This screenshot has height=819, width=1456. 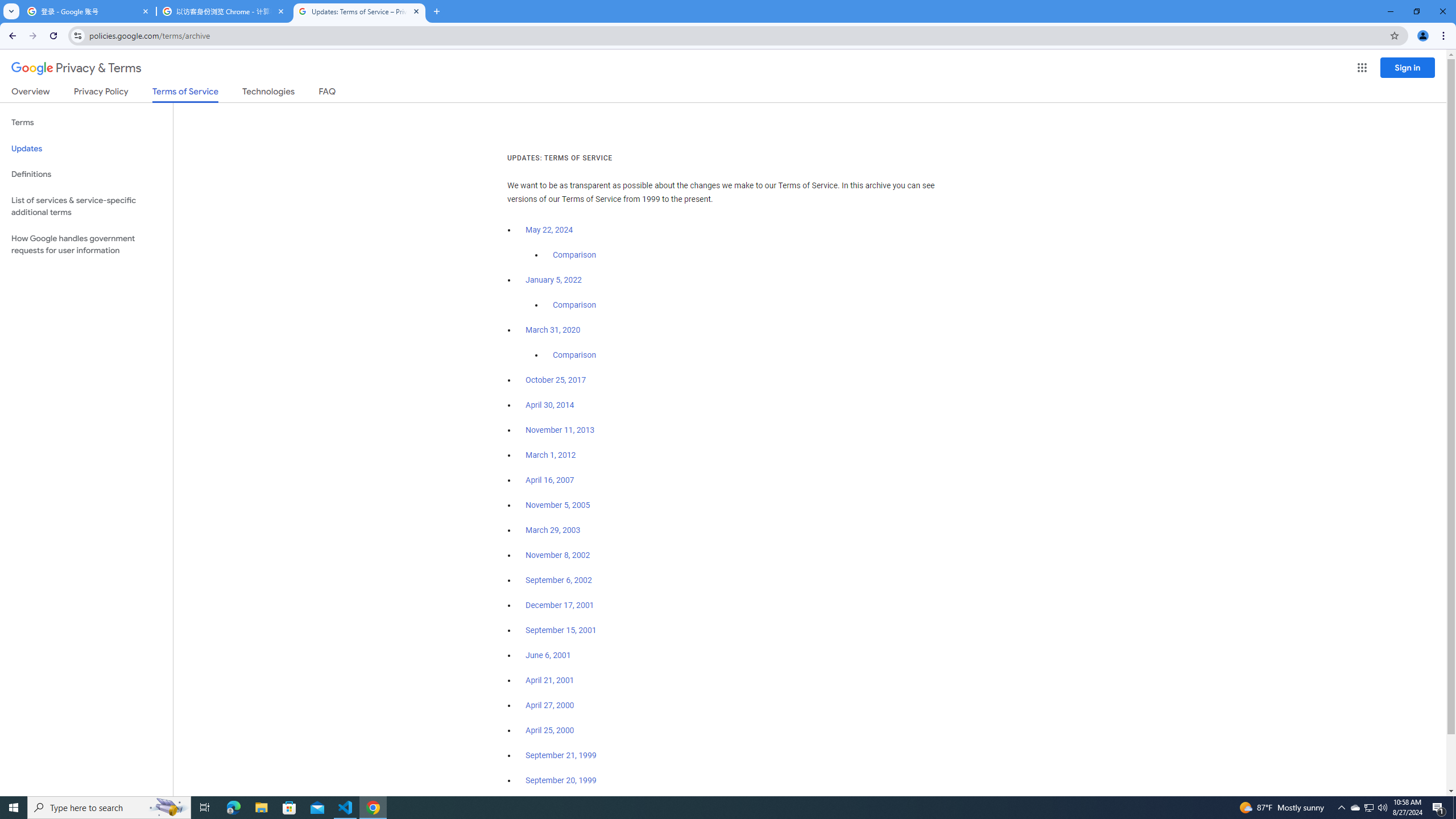 What do you see at coordinates (549, 679) in the screenshot?
I see `'April 21, 2001'` at bounding box center [549, 679].